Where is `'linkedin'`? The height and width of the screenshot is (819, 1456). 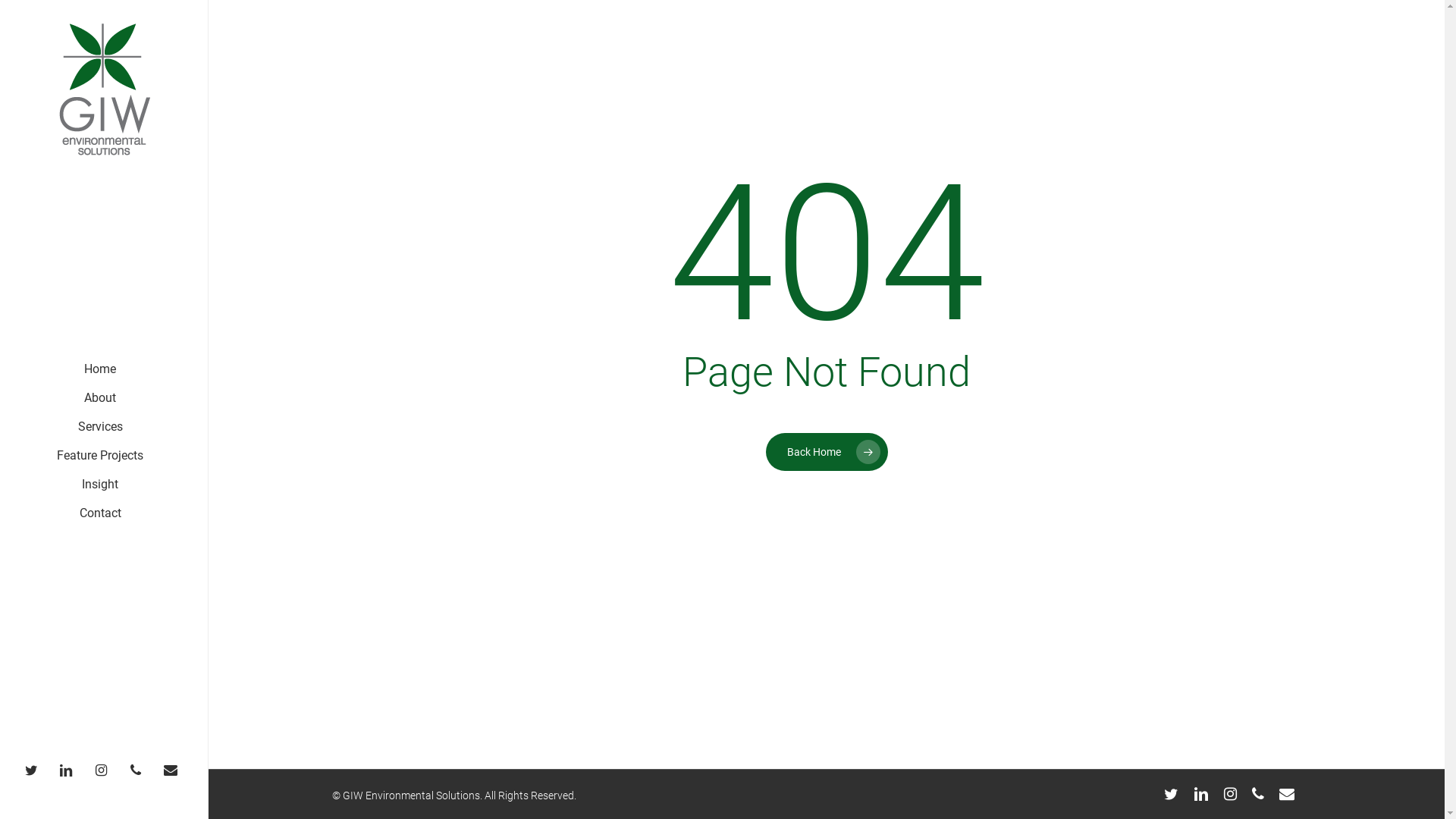
'linkedin' is located at coordinates (1200, 792).